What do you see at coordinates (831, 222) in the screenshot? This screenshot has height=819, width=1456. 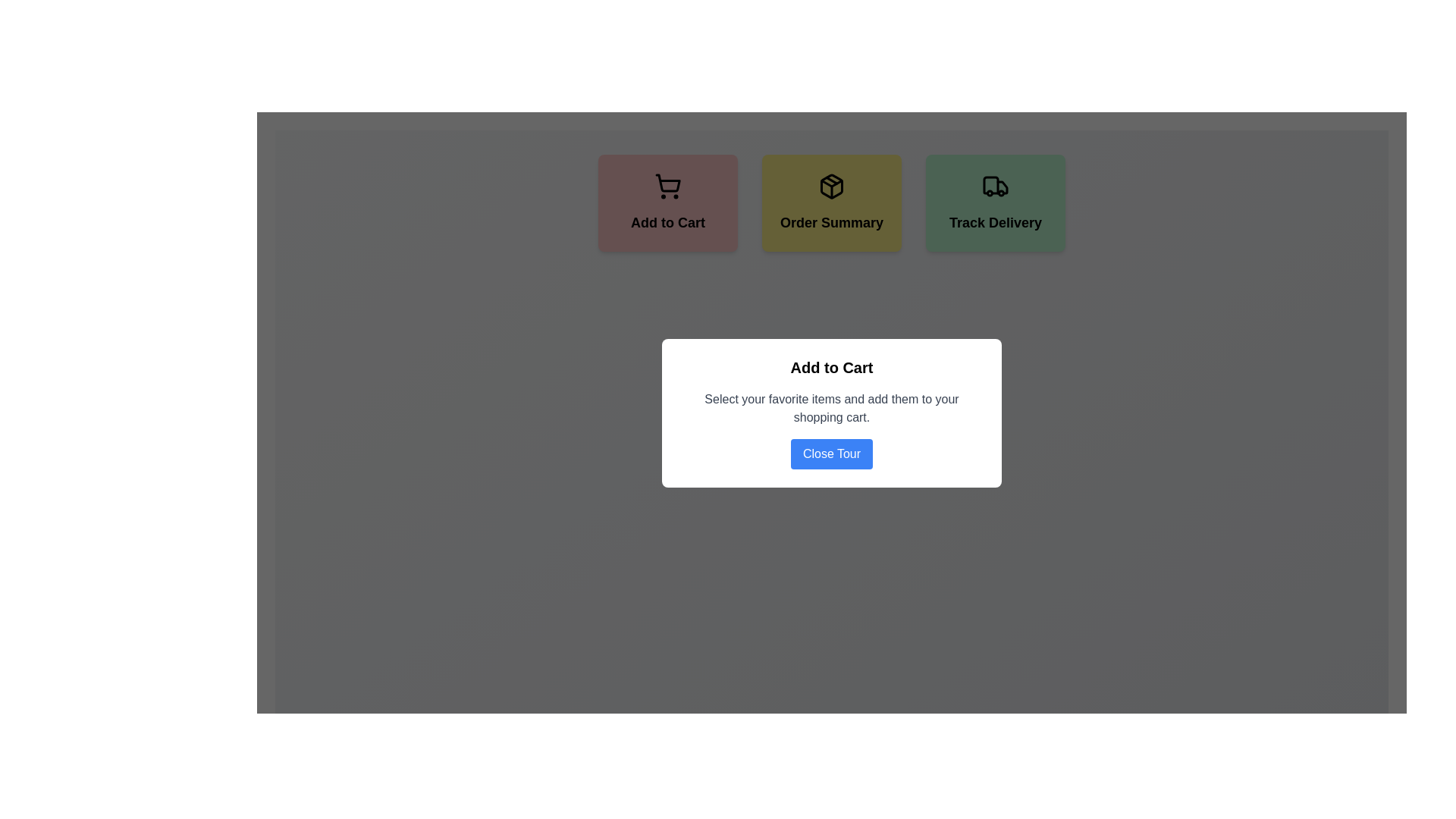 I see `the label that serves as a heading for summarizing order details, which is centrally aligned within a yellow rectangular card-like section` at bounding box center [831, 222].